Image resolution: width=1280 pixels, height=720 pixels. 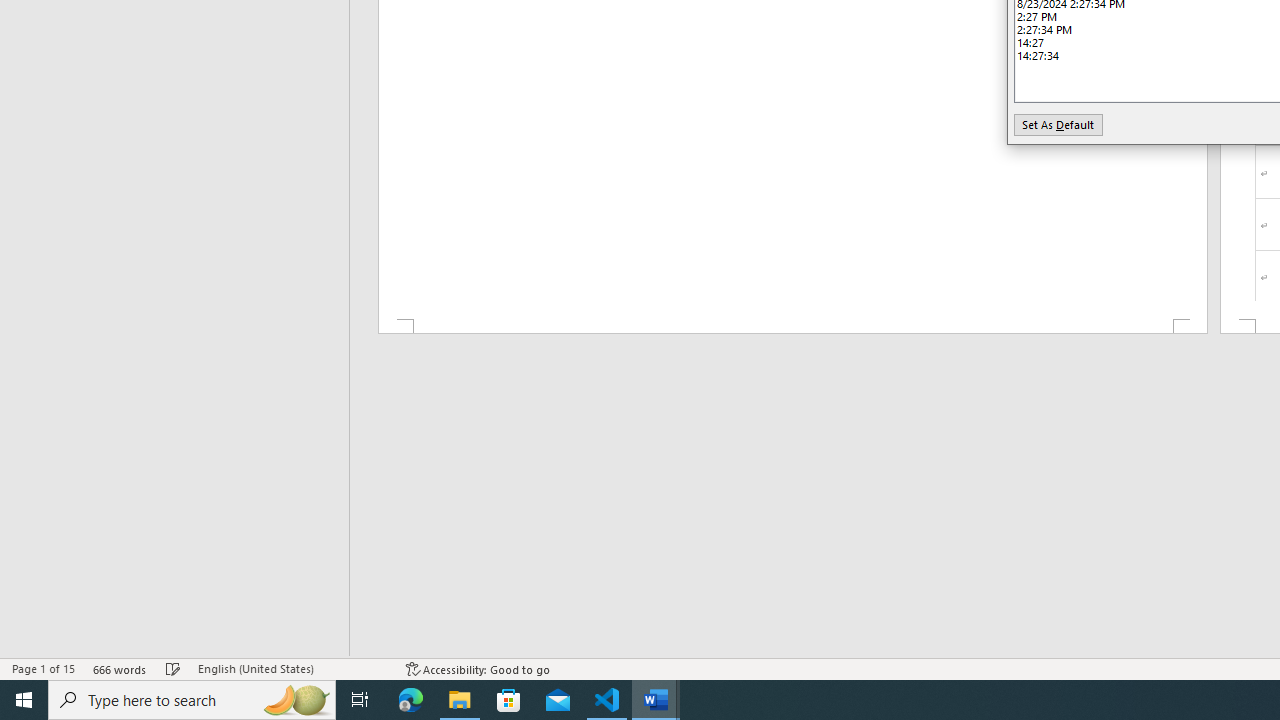 What do you see at coordinates (294, 698) in the screenshot?
I see `'Search highlights icon opens search home window'` at bounding box center [294, 698].